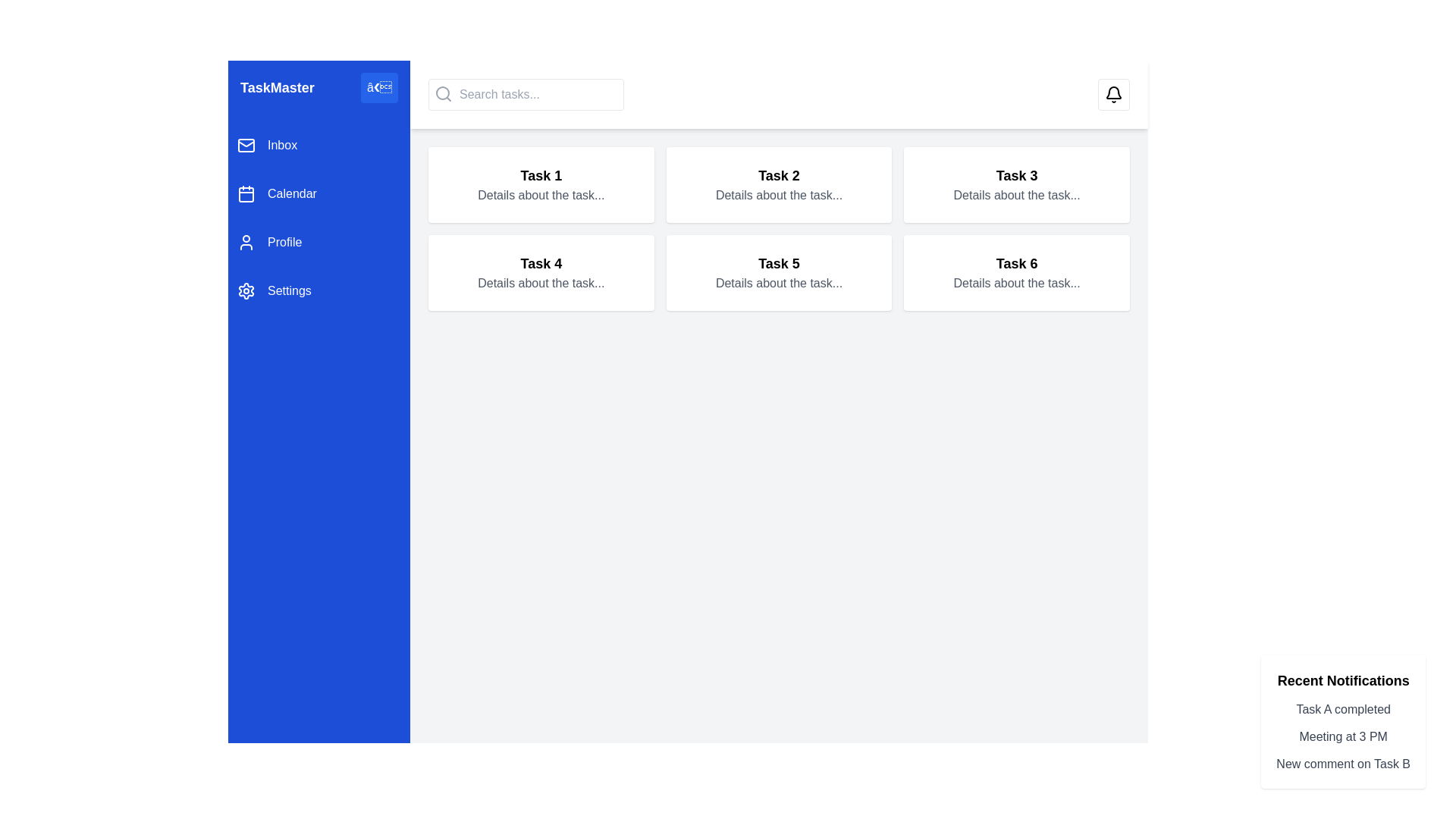  I want to click on the calendar icon located in the sidebar menu next to the 'Calendar' text, so click(246, 193).